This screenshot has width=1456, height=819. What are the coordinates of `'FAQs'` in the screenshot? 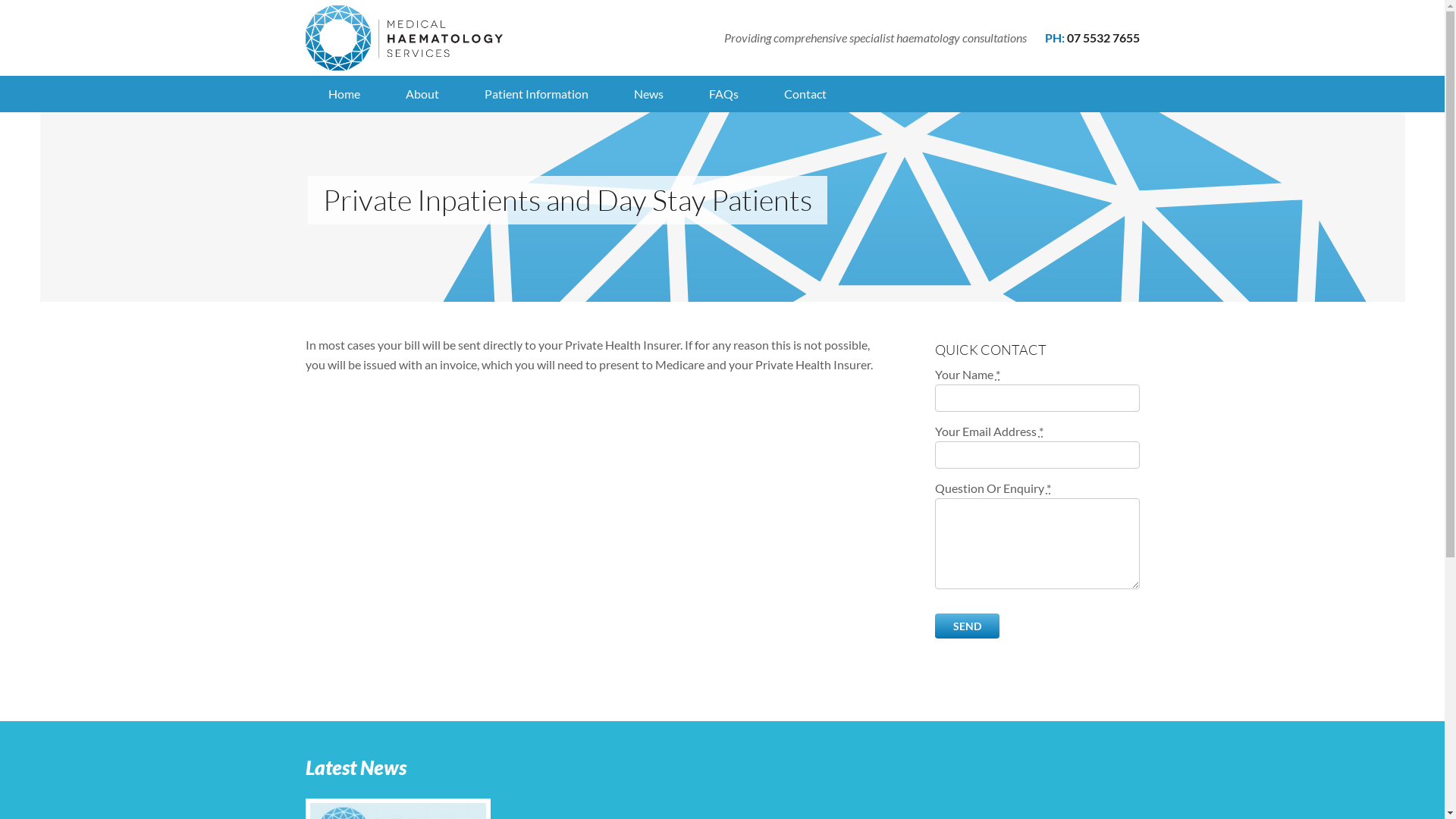 It's located at (722, 93).